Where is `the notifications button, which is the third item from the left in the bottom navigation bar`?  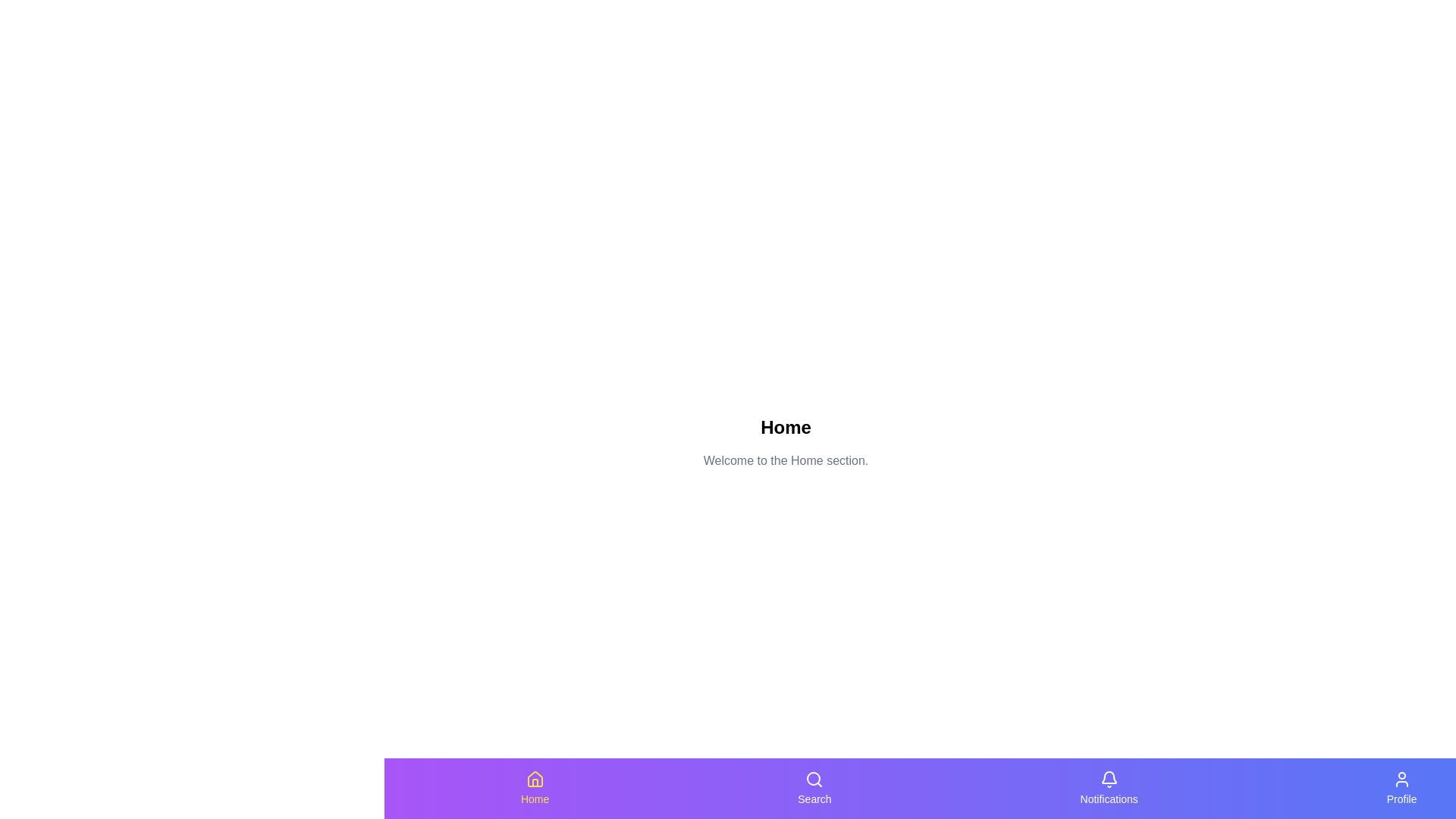
the notifications button, which is the third item from the left in the bottom navigation bar is located at coordinates (1109, 788).